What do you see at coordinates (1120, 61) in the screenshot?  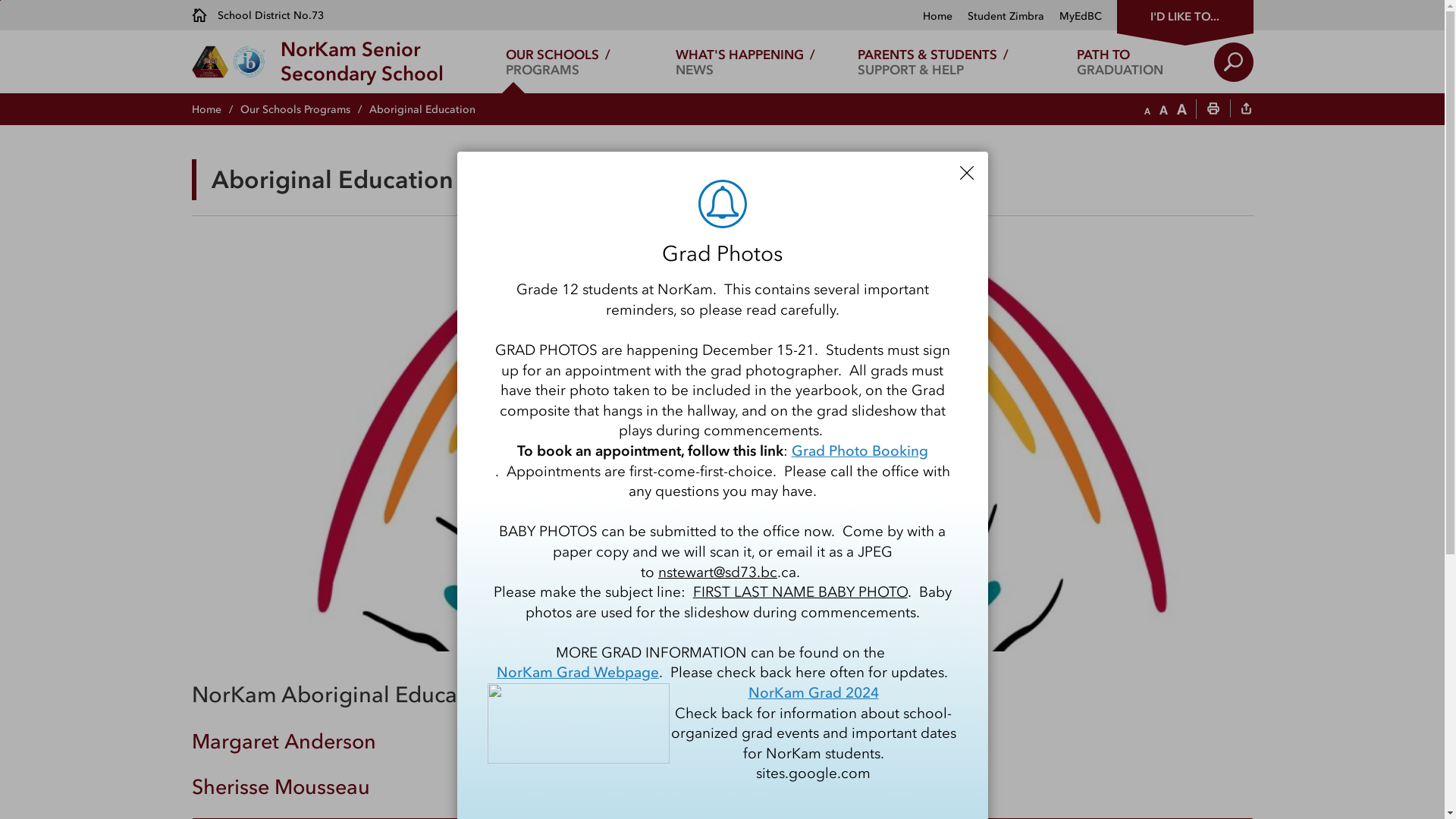 I see `'PATH TO` at bounding box center [1120, 61].